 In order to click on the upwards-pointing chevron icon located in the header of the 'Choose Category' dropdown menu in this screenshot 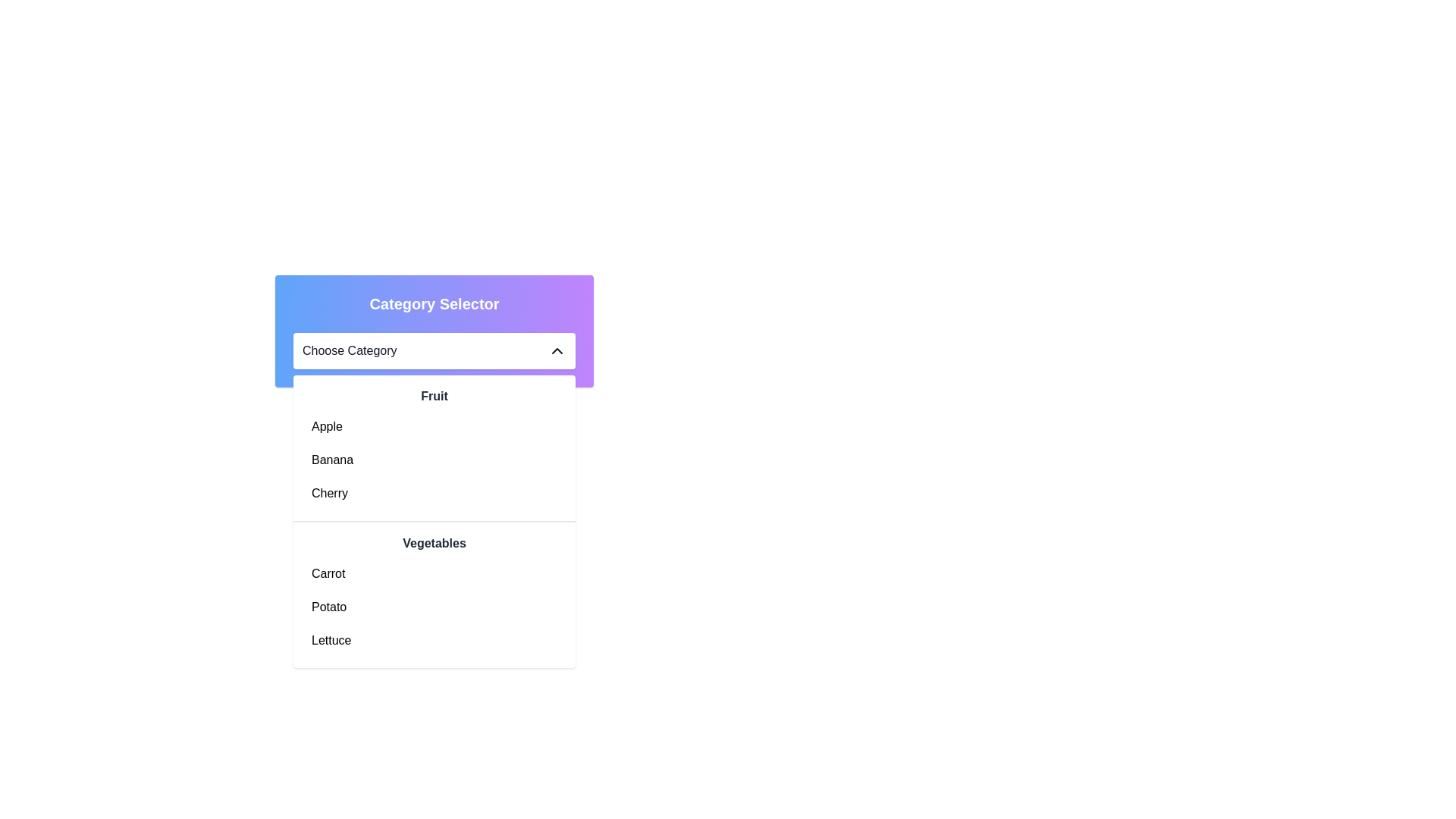, I will do `click(556, 350)`.